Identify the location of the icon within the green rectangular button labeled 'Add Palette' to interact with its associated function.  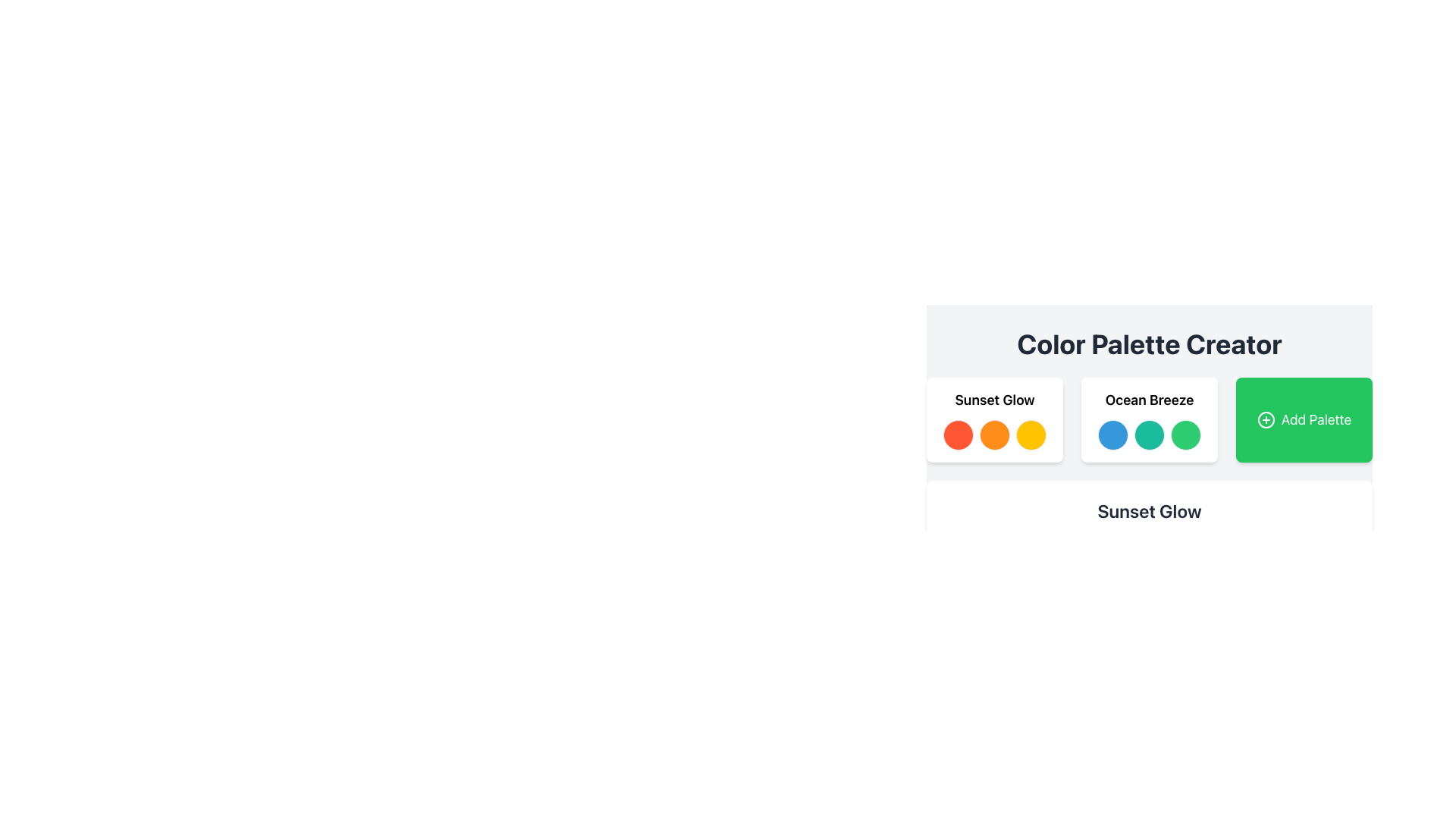
(1266, 420).